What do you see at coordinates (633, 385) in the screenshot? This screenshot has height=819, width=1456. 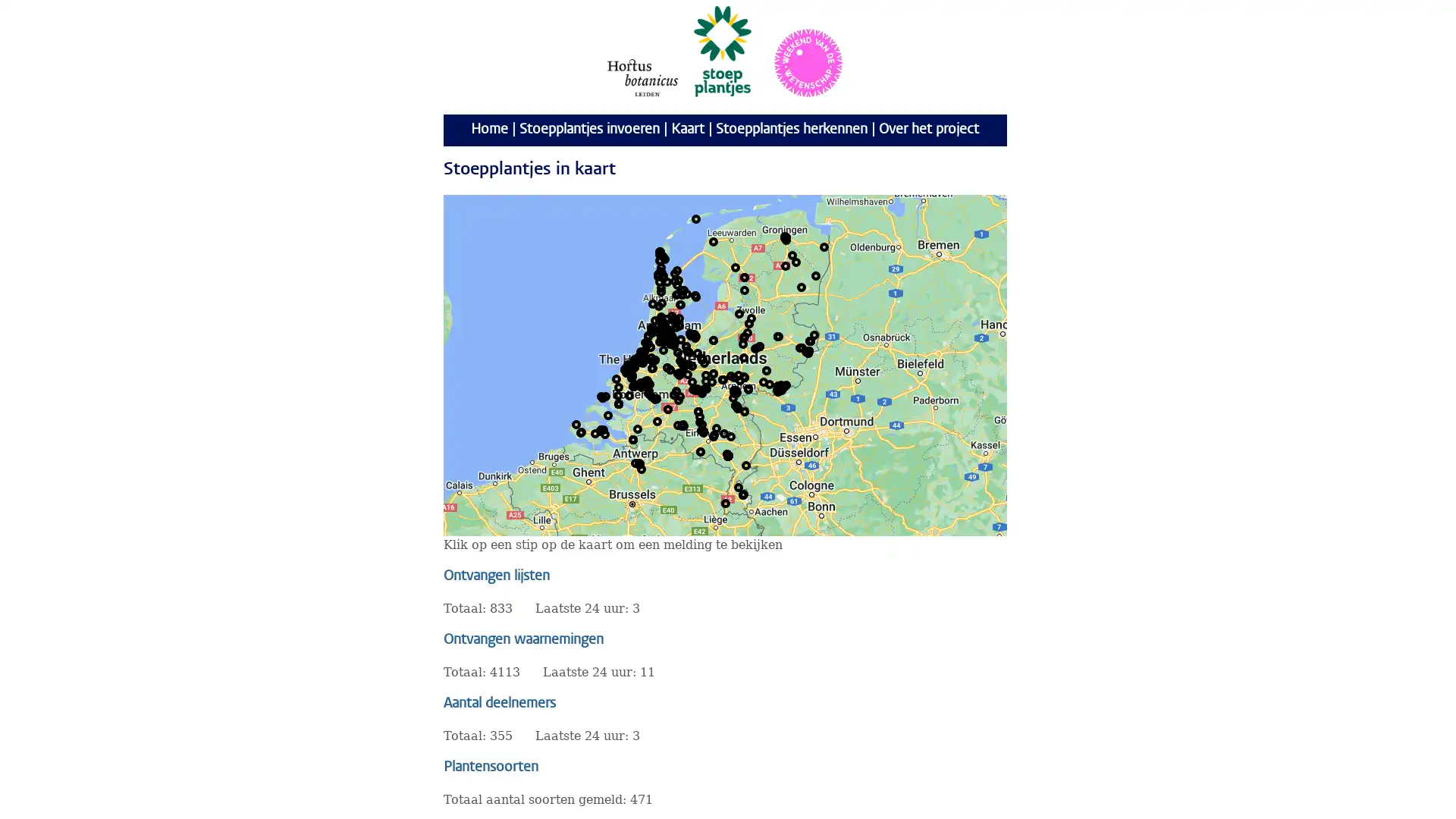 I see `Telling van Aad Jonkvorst op 23 maart 2022` at bounding box center [633, 385].